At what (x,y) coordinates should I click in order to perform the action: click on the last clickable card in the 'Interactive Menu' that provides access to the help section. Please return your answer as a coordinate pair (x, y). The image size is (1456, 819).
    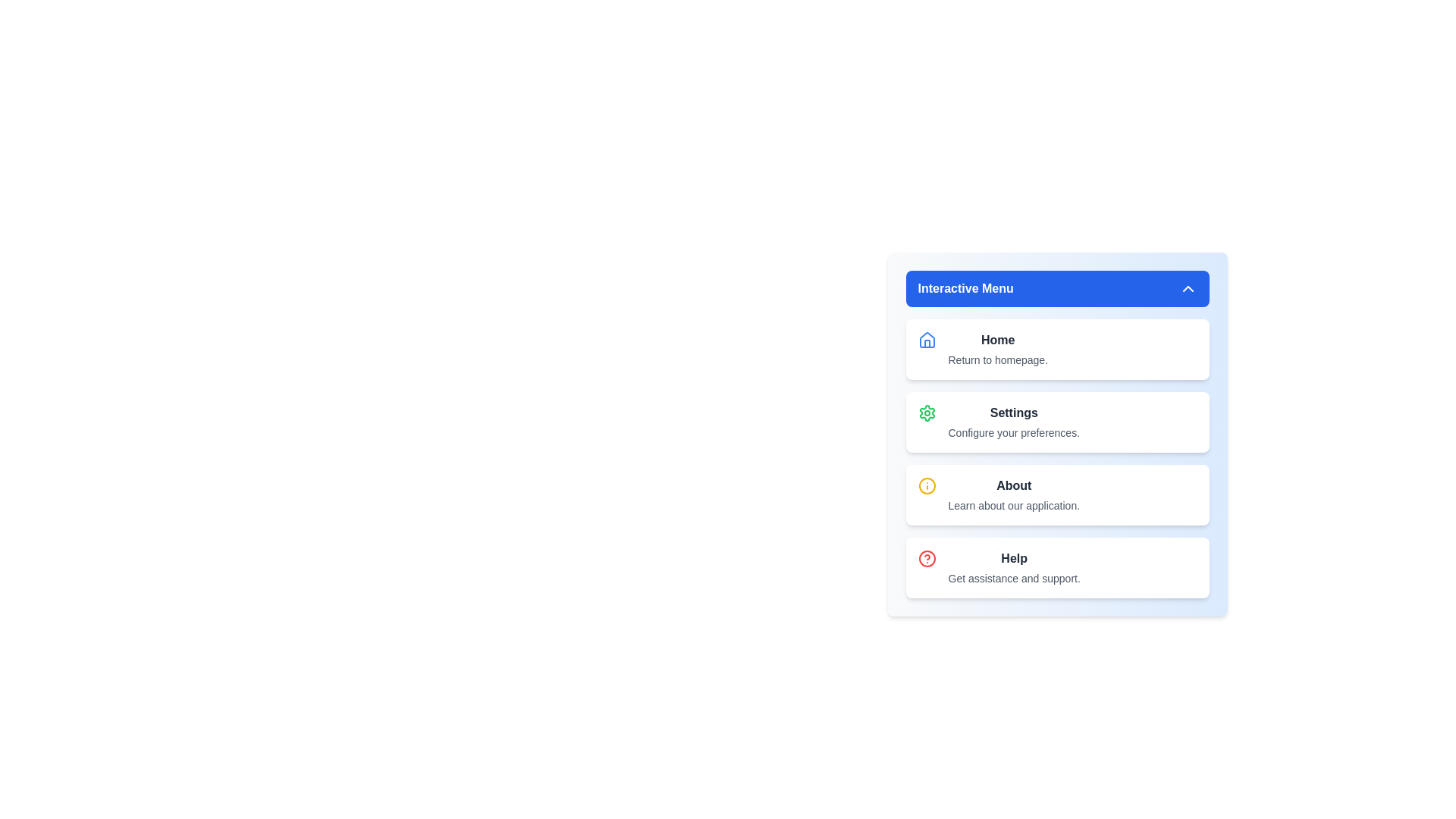
    Looking at the image, I should click on (1056, 567).